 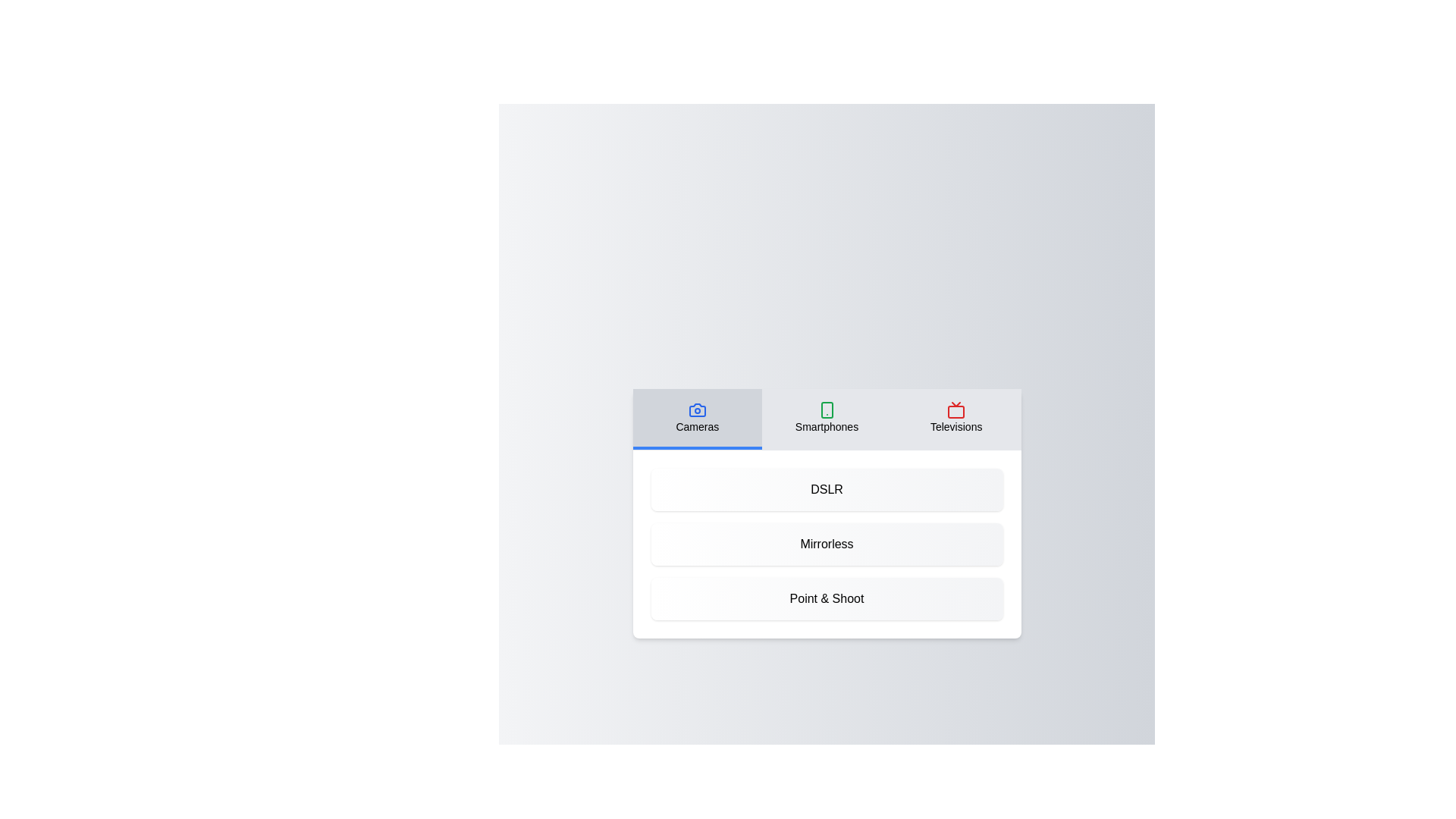 What do you see at coordinates (826, 598) in the screenshot?
I see `the product 'Point & Shoot' from the displayed list` at bounding box center [826, 598].